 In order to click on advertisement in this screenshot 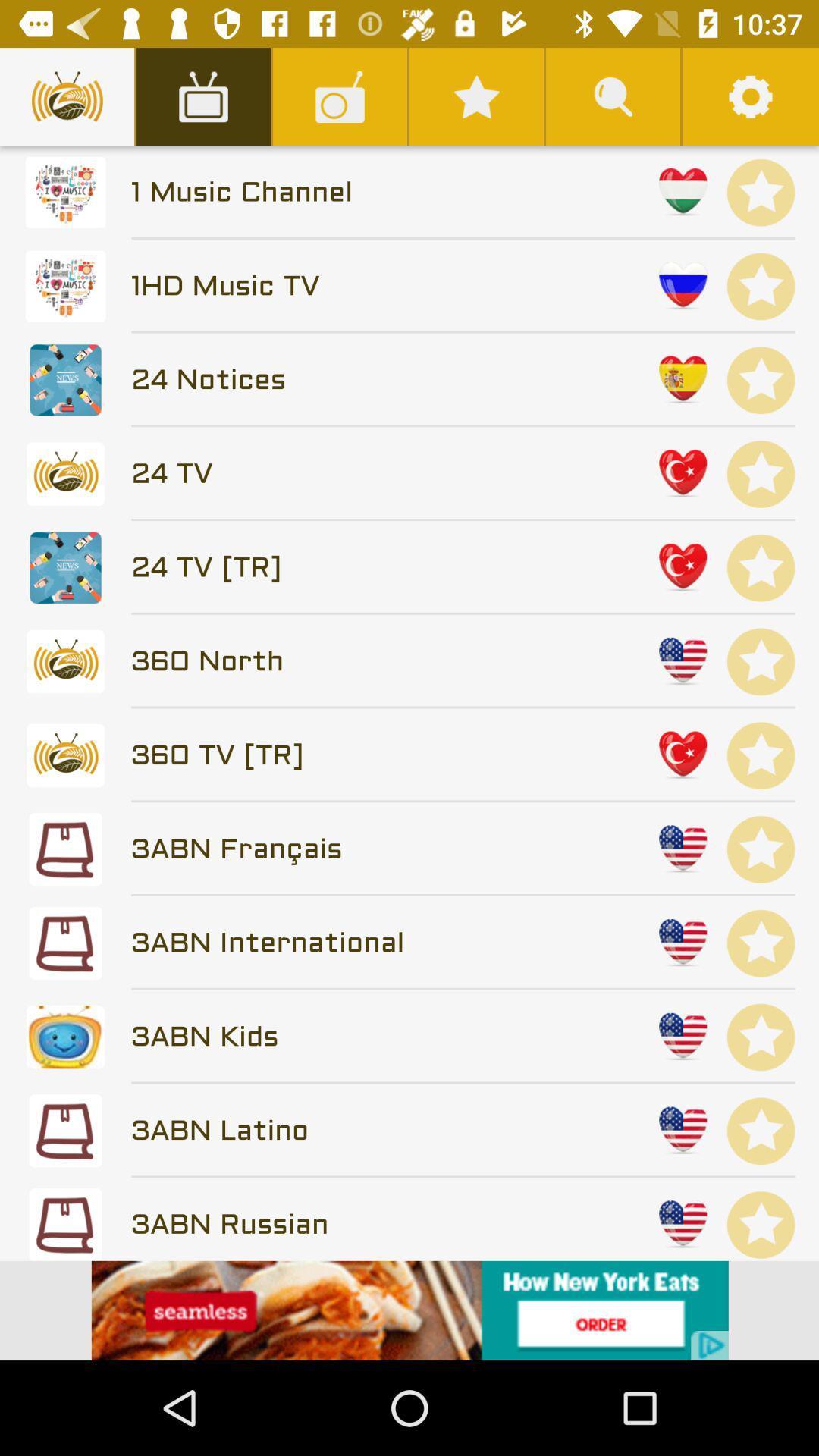, I will do `click(409, 1310)`.